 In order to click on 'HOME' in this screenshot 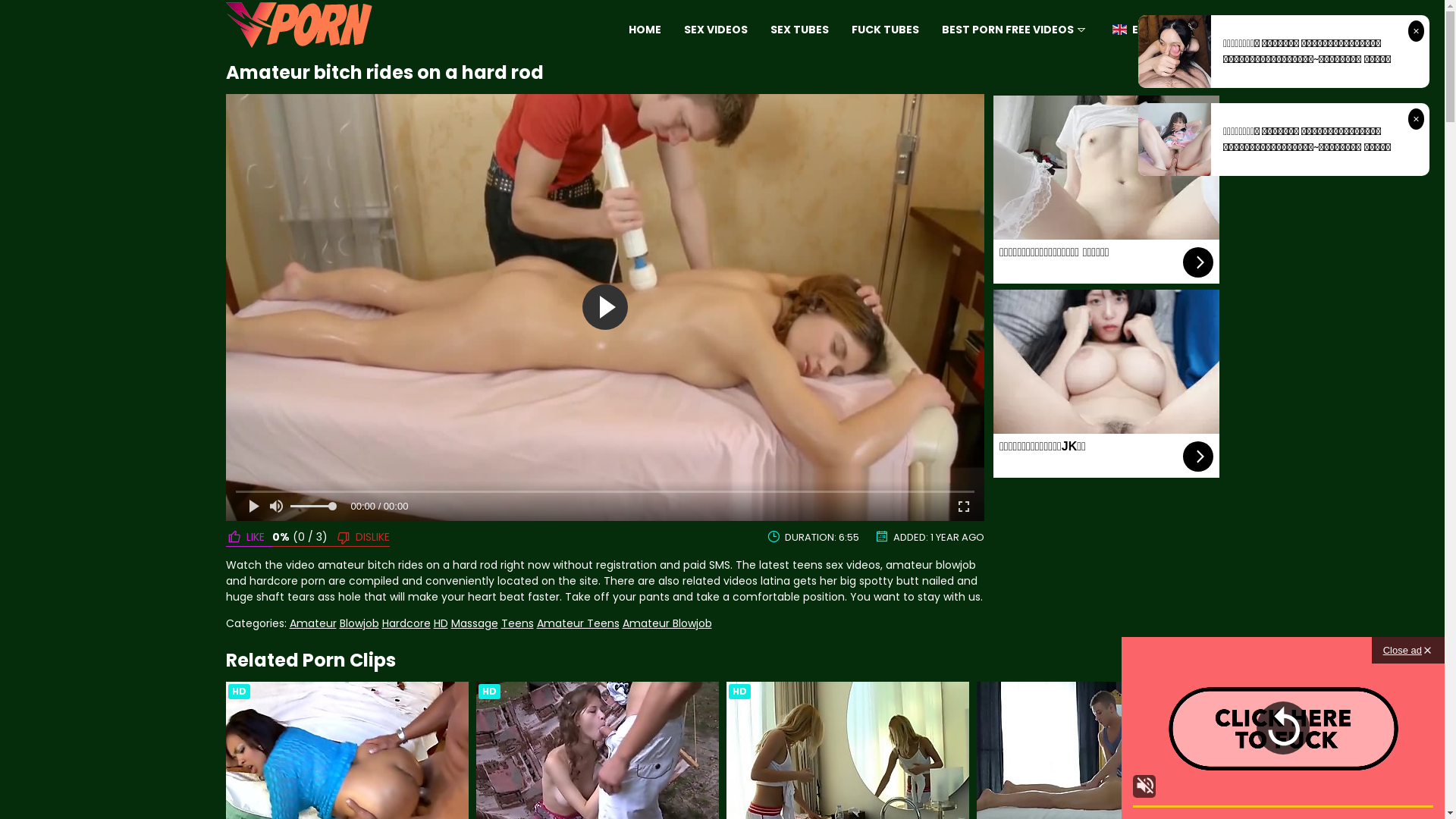, I will do `click(645, 29)`.